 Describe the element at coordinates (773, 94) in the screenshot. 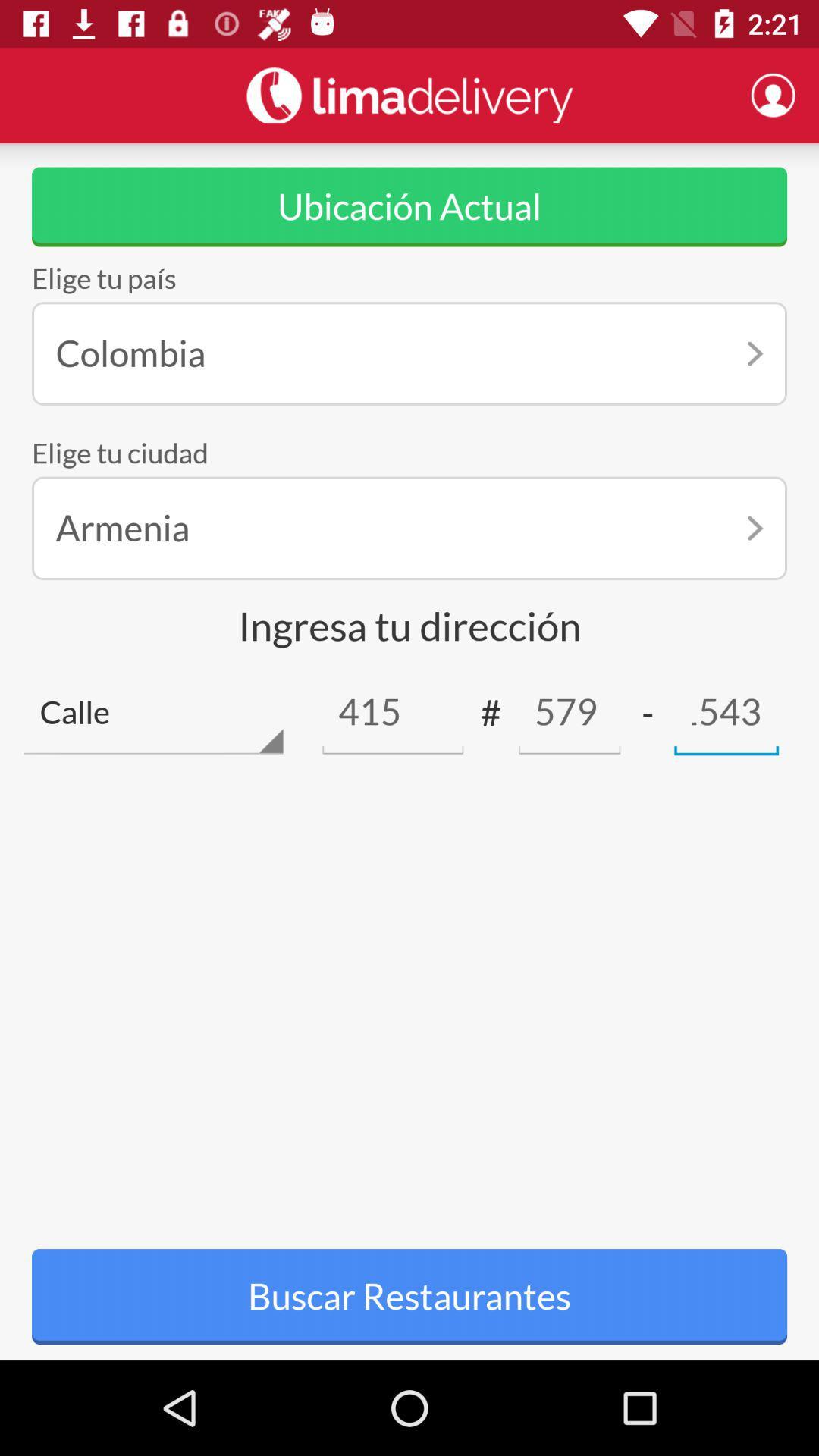

I see `your profile` at that location.